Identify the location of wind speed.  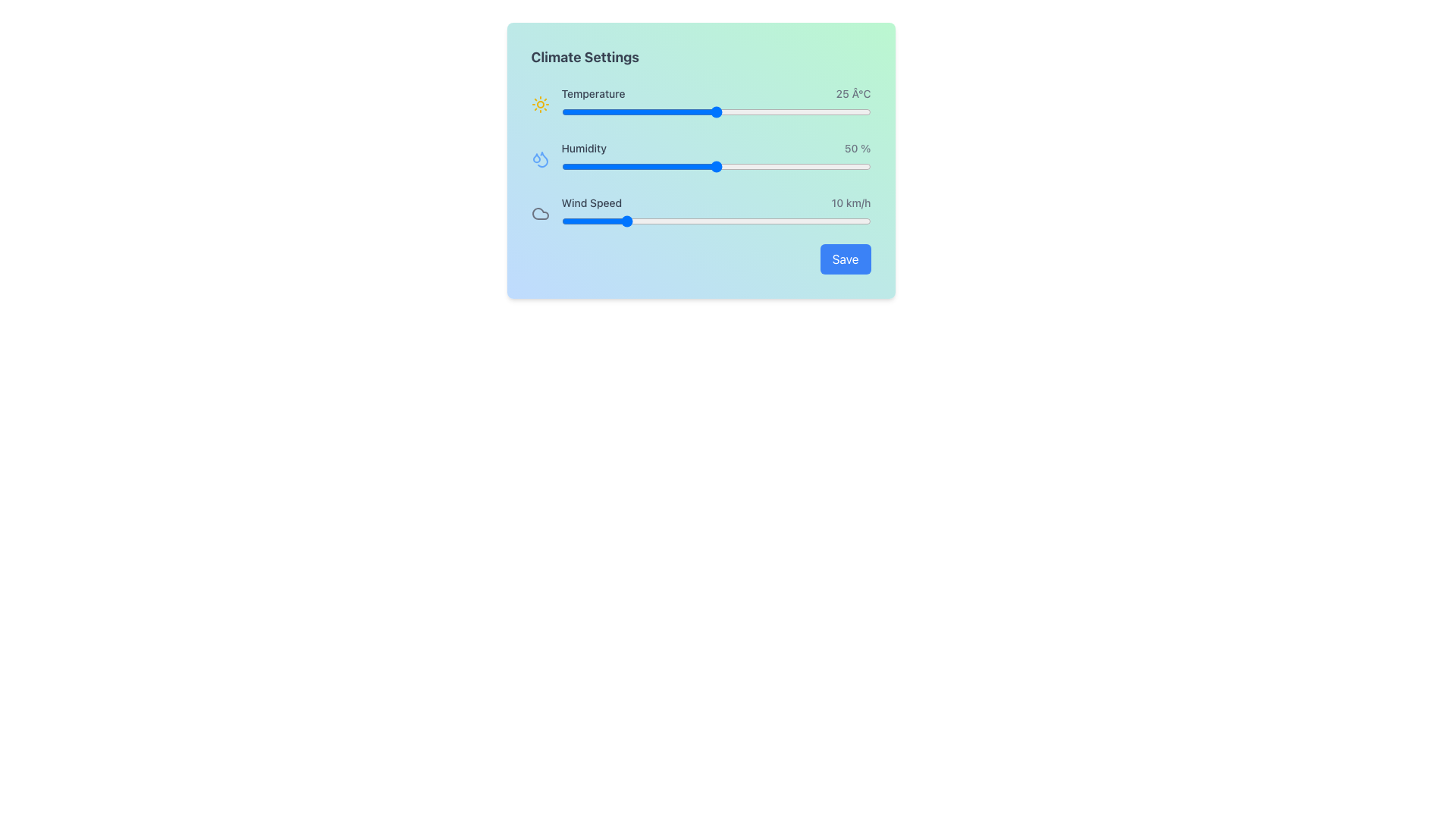
(715, 221).